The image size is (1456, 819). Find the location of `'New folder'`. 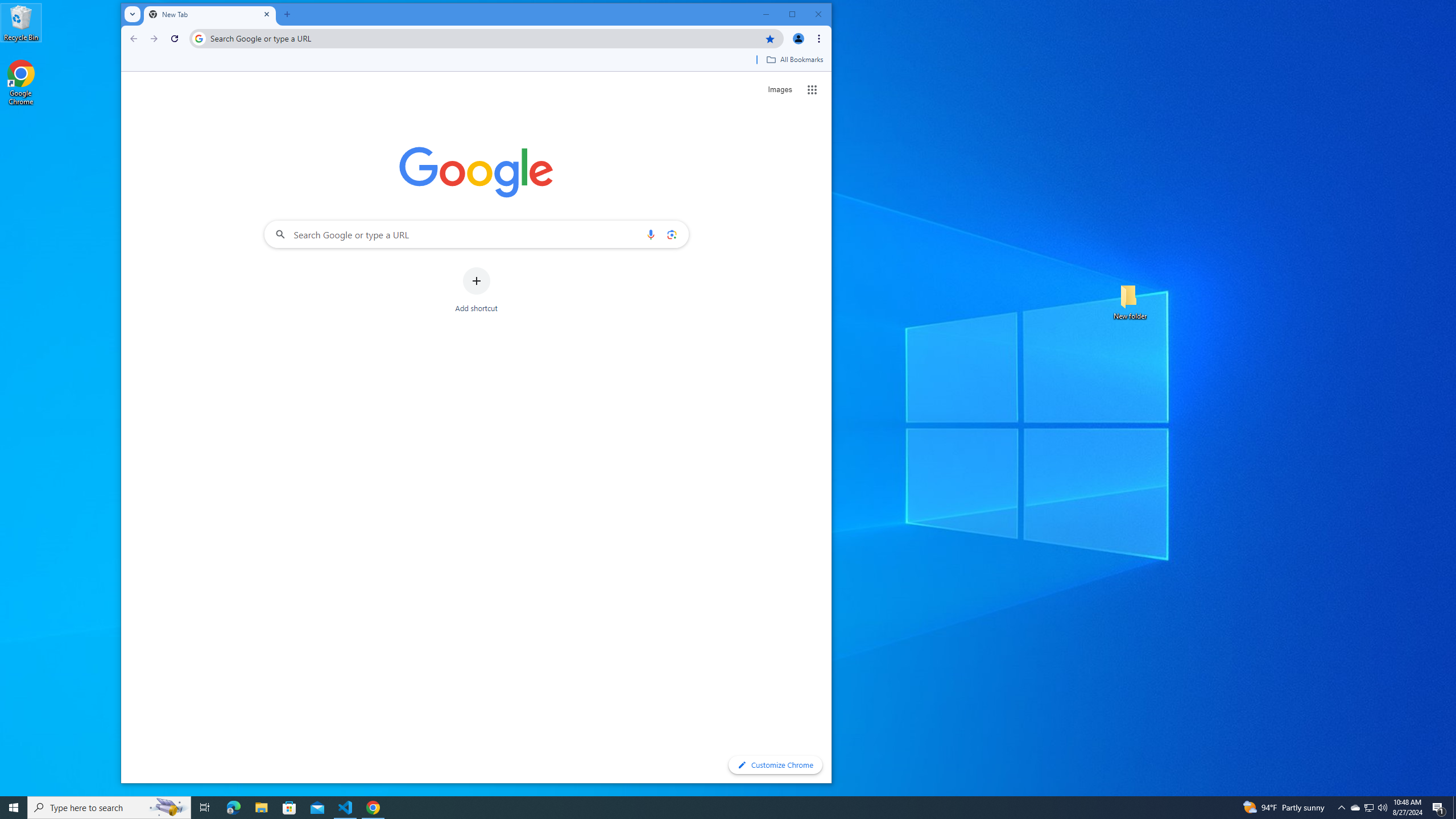

'New folder' is located at coordinates (1130, 300).